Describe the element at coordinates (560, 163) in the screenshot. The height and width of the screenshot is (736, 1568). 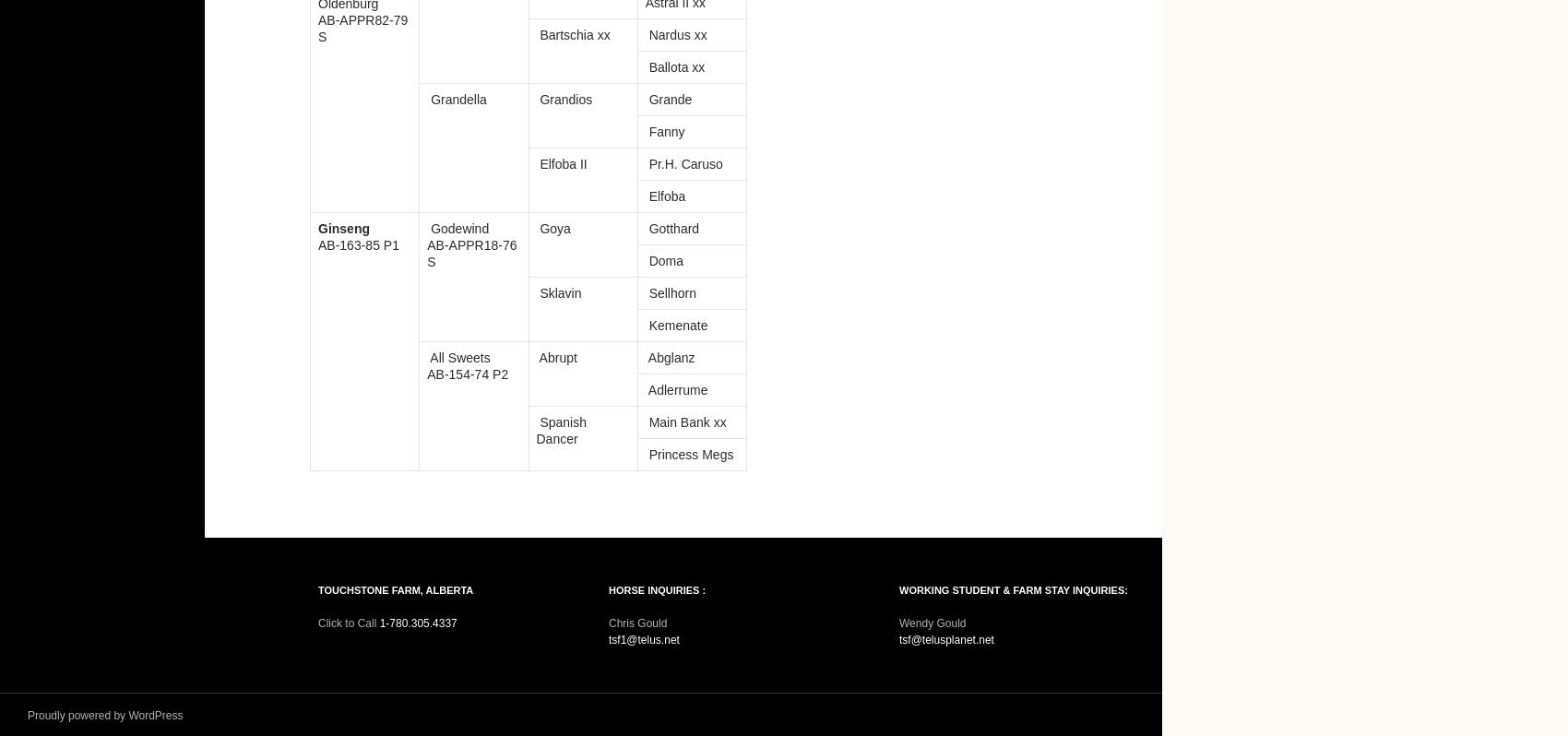
I see `'Elfoba II'` at that location.